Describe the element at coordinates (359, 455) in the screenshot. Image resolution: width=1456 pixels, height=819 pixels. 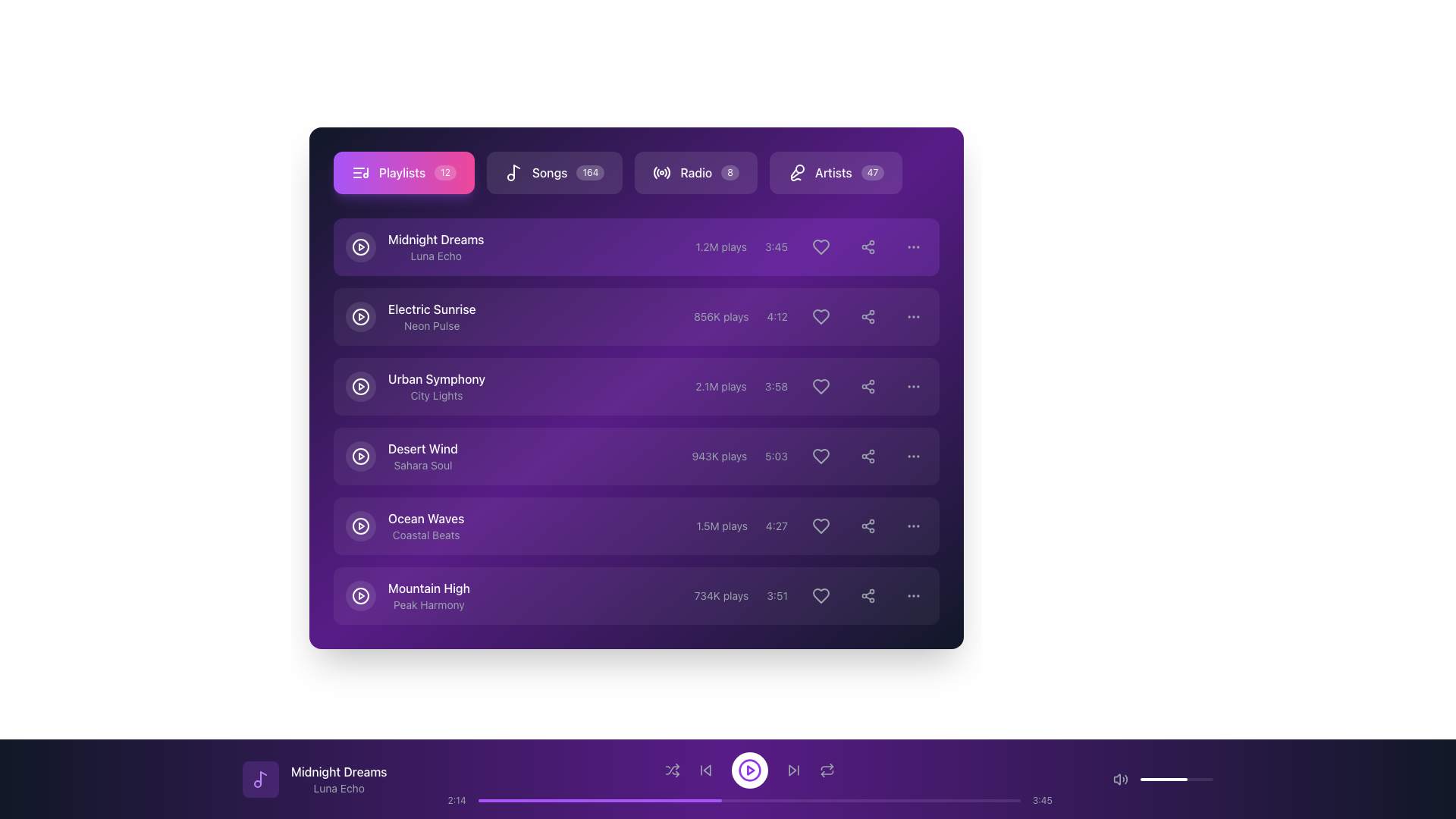
I see `the playback button for the song 'Desert Wind' by 'Sahara Soul'` at that location.